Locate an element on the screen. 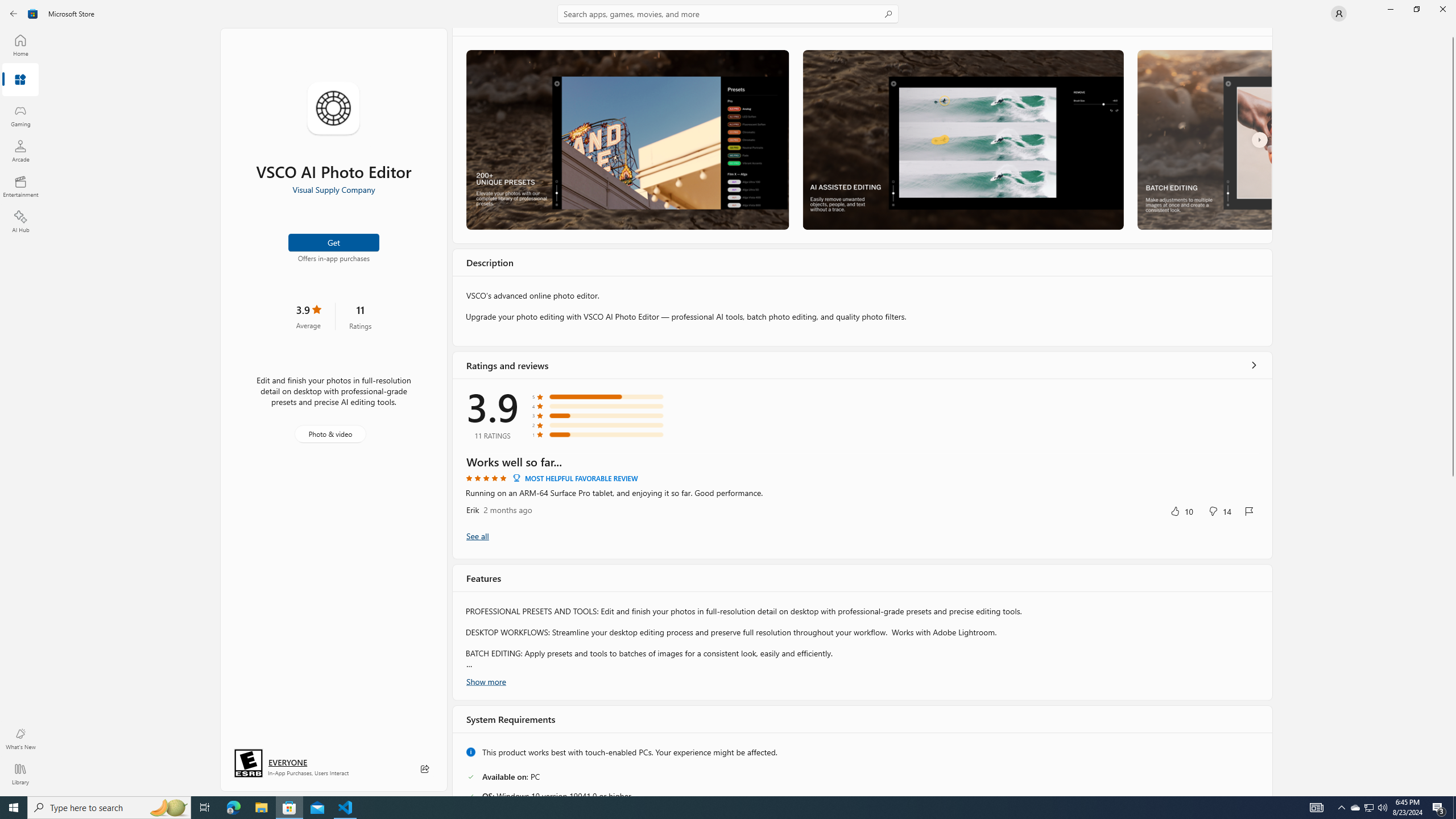 This screenshot has width=1456, height=819. 'Home' is located at coordinates (19, 44).